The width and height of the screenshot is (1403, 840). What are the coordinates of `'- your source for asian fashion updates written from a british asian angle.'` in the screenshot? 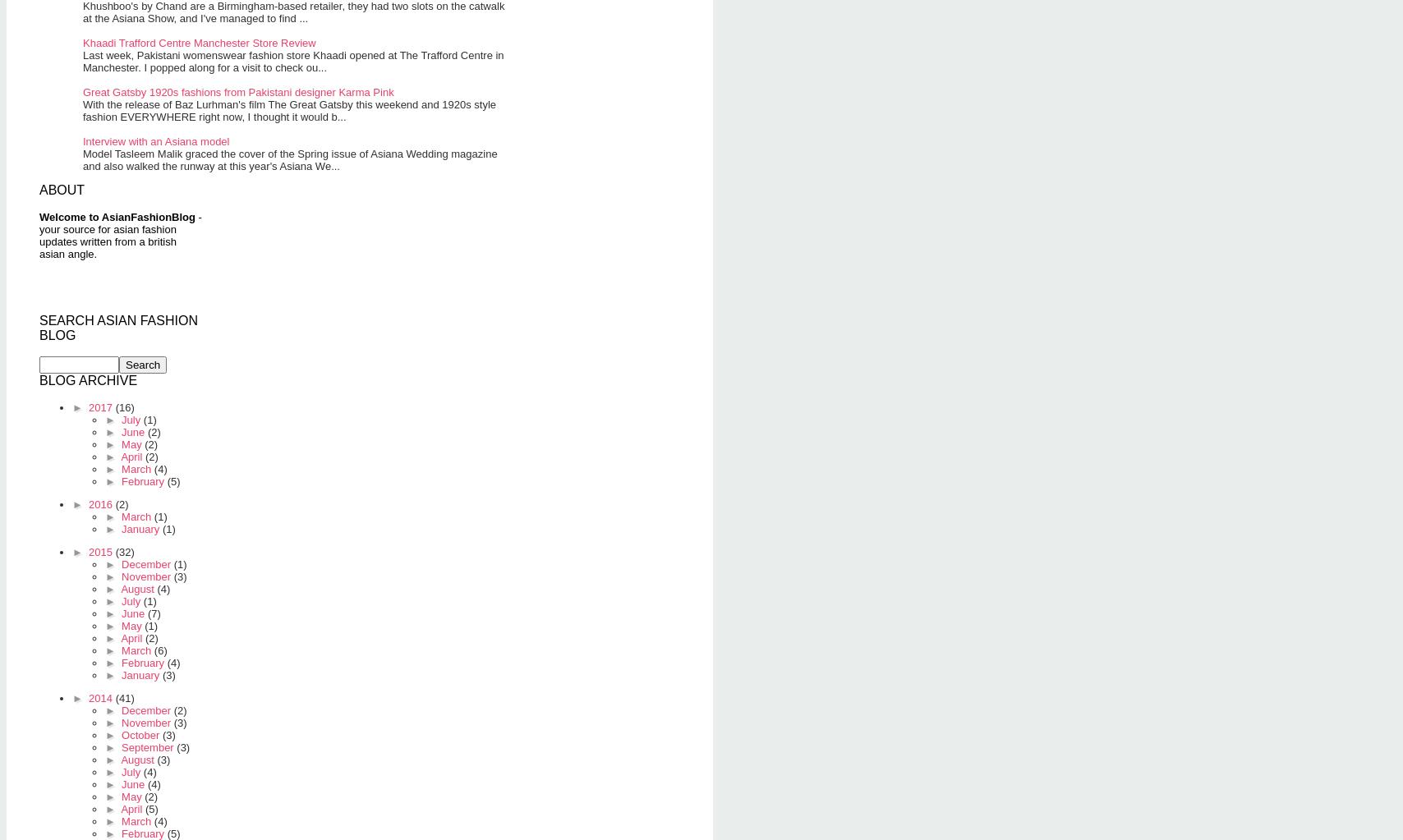 It's located at (120, 234).